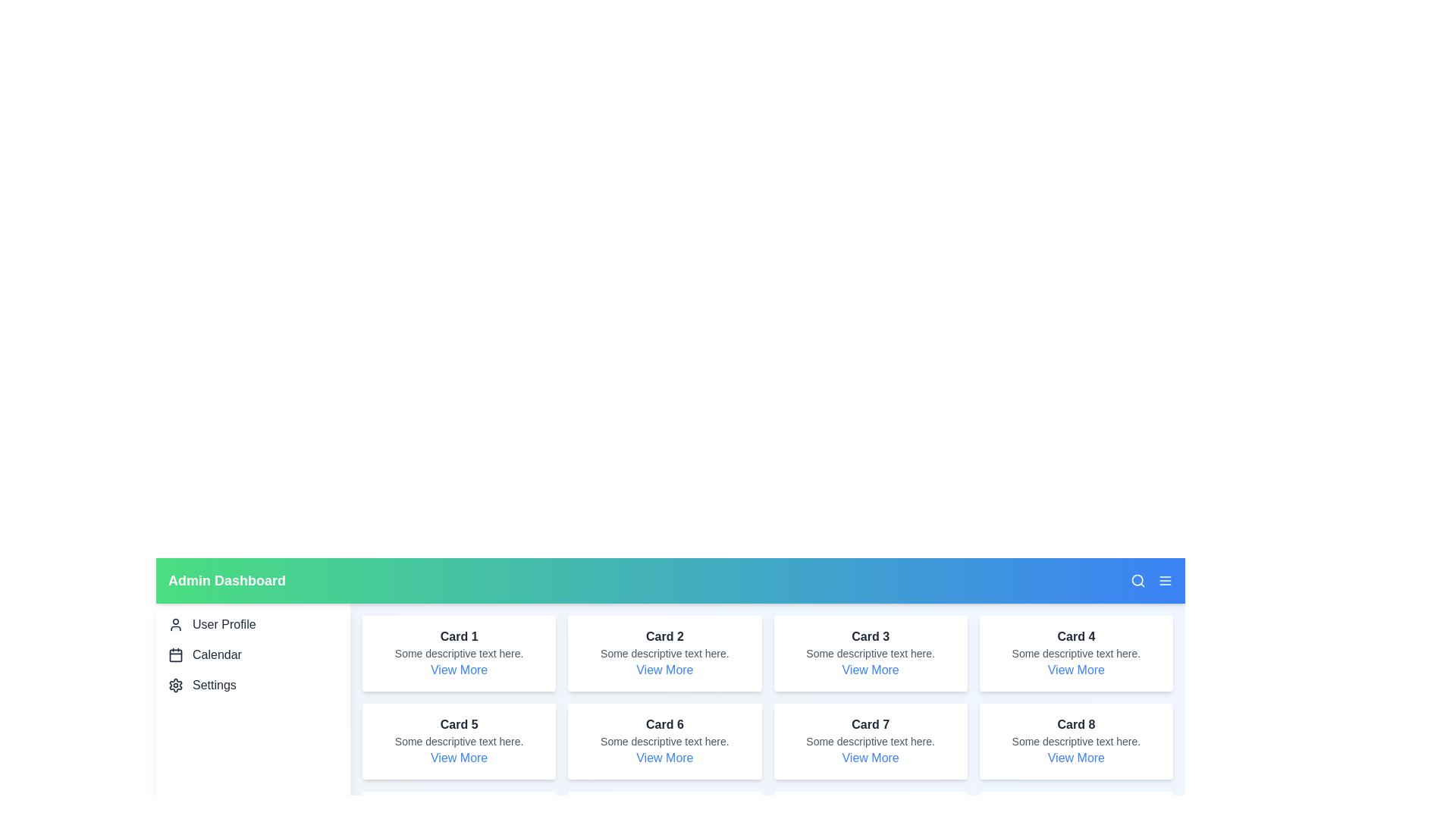 This screenshot has height=819, width=1456. What do you see at coordinates (253, 625) in the screenshot?
I see `the menu item User Profile from the sidebar` at bounding box center [253, 625].